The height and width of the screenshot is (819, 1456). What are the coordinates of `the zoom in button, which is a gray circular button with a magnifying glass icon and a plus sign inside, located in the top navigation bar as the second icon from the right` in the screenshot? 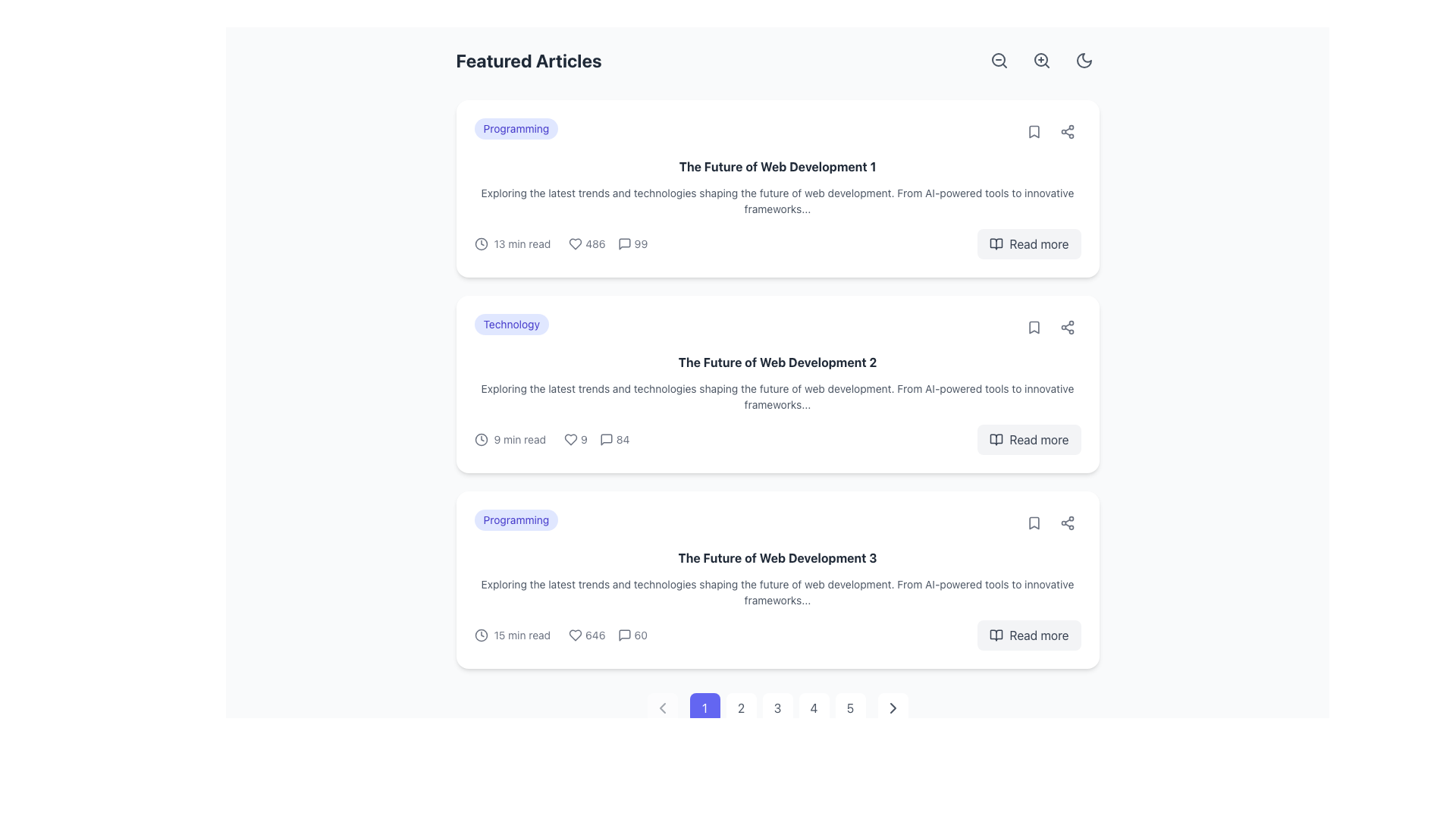 It's located at (1040, 60).